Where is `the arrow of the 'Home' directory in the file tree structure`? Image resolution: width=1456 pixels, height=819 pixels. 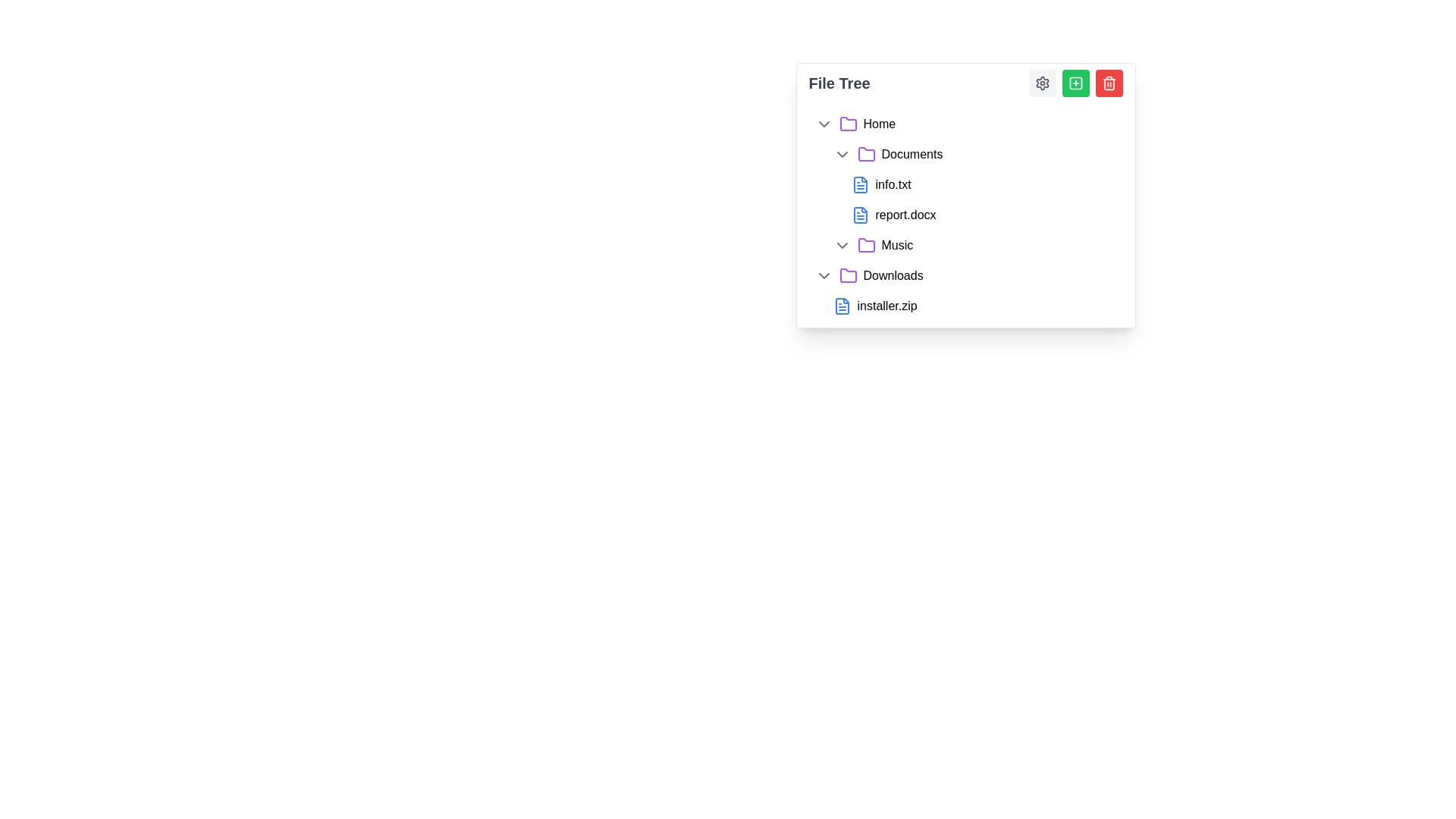 the arrow of the 'Home' directory in the file tree structure is located at coordinates (965, 124).